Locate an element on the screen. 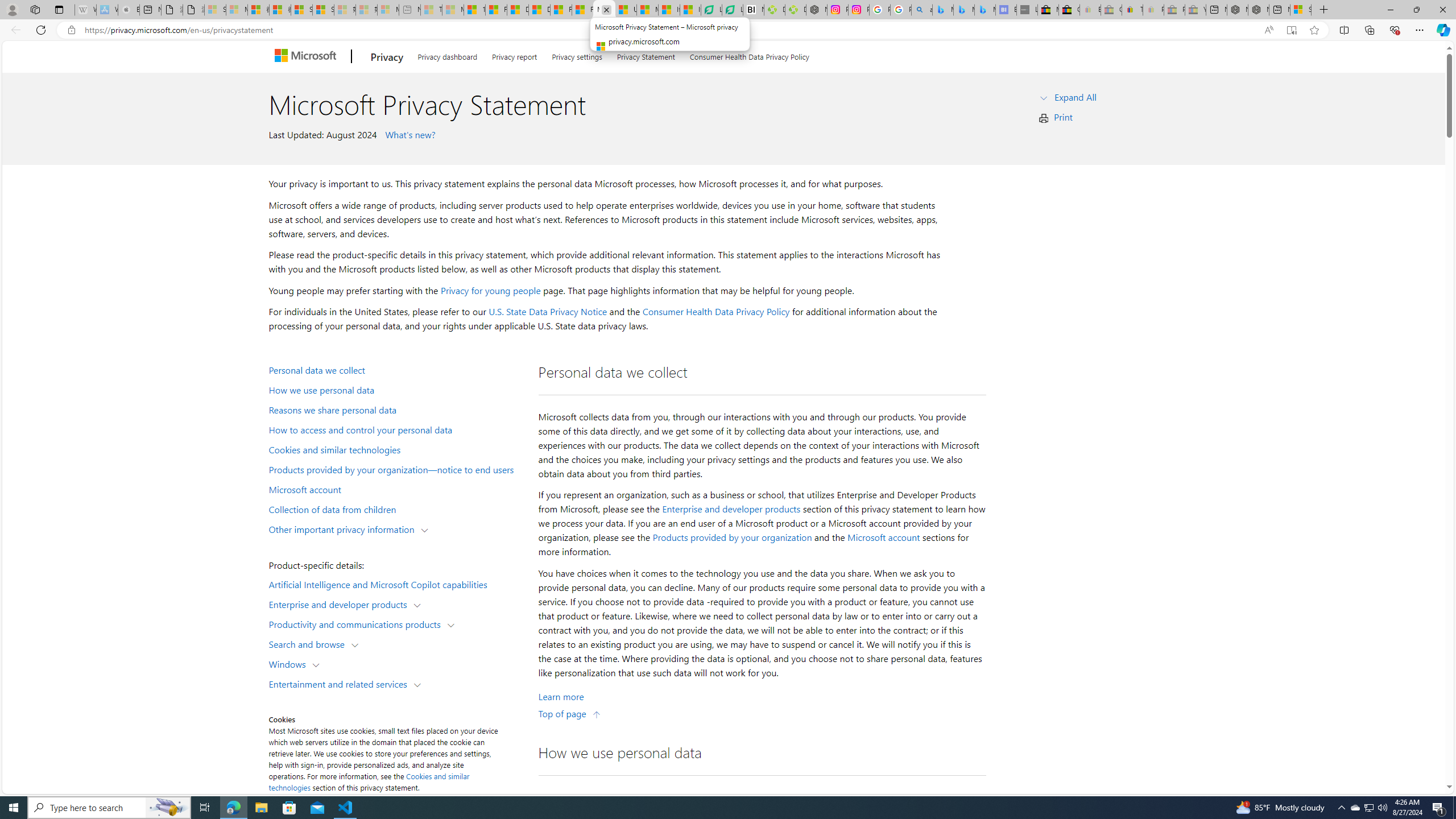 The height and width of the screenshot is (819, 1456). 'Personal data we collect' is located at coordinates (396, 369).